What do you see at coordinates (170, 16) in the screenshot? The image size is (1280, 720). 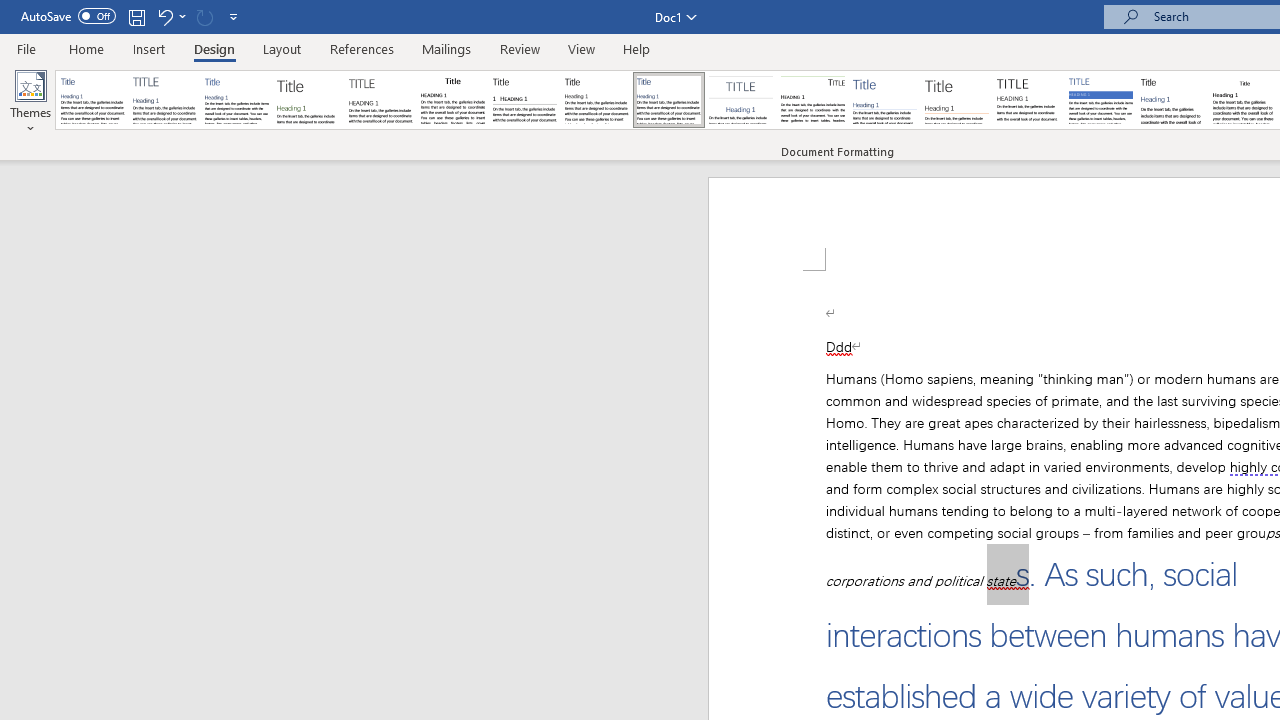 I see `'Undo Outline Move Up'` at bounding box center [170, 16].